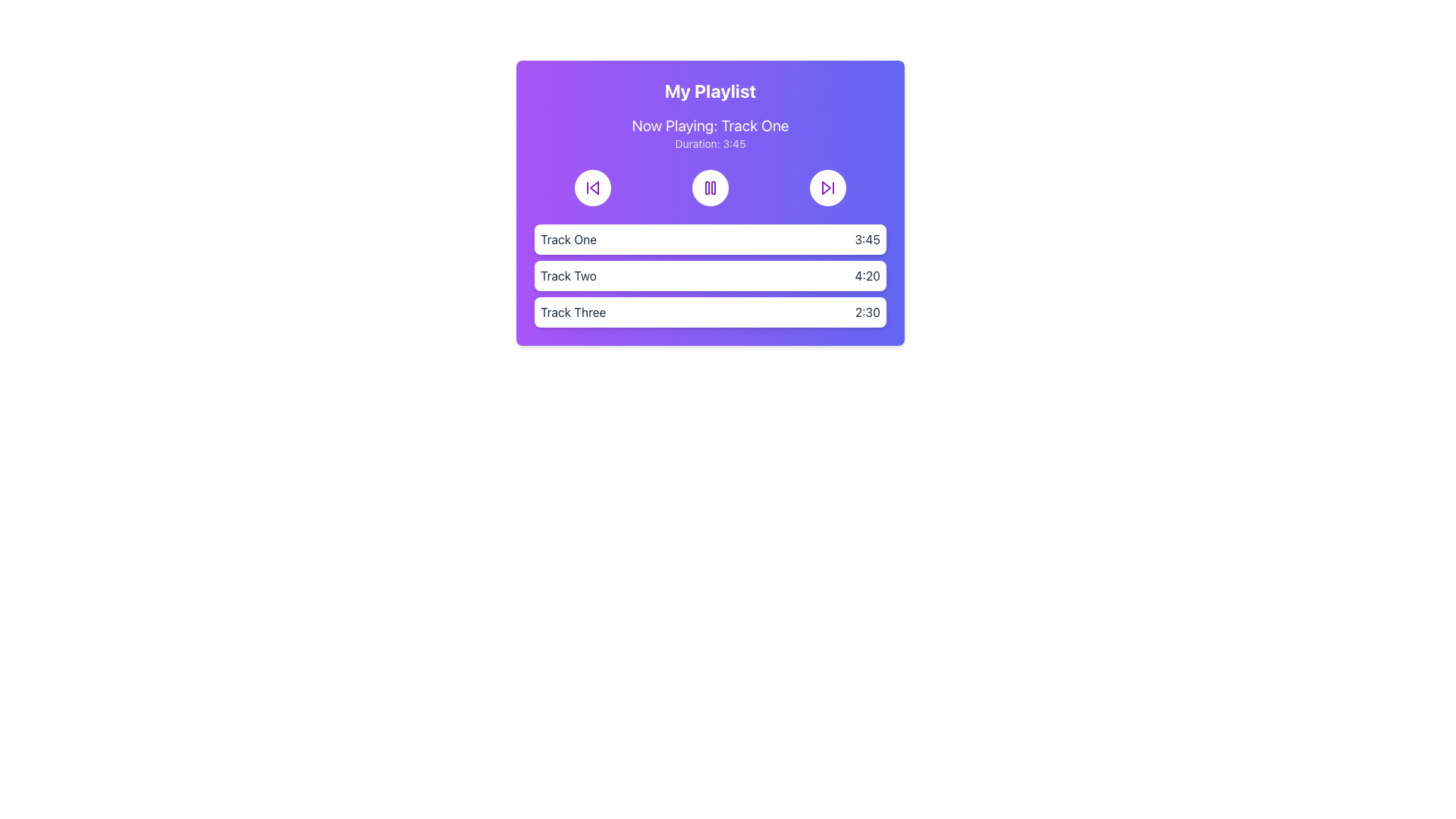 This screenshot has width=1456, height=819. Describe the element at coordinates (567, 275) in the screenshot. I see `the text label displaying the name of a track in the second row of the playlist interface, which is positioned to the left of the time duration '4:20'` at that location.